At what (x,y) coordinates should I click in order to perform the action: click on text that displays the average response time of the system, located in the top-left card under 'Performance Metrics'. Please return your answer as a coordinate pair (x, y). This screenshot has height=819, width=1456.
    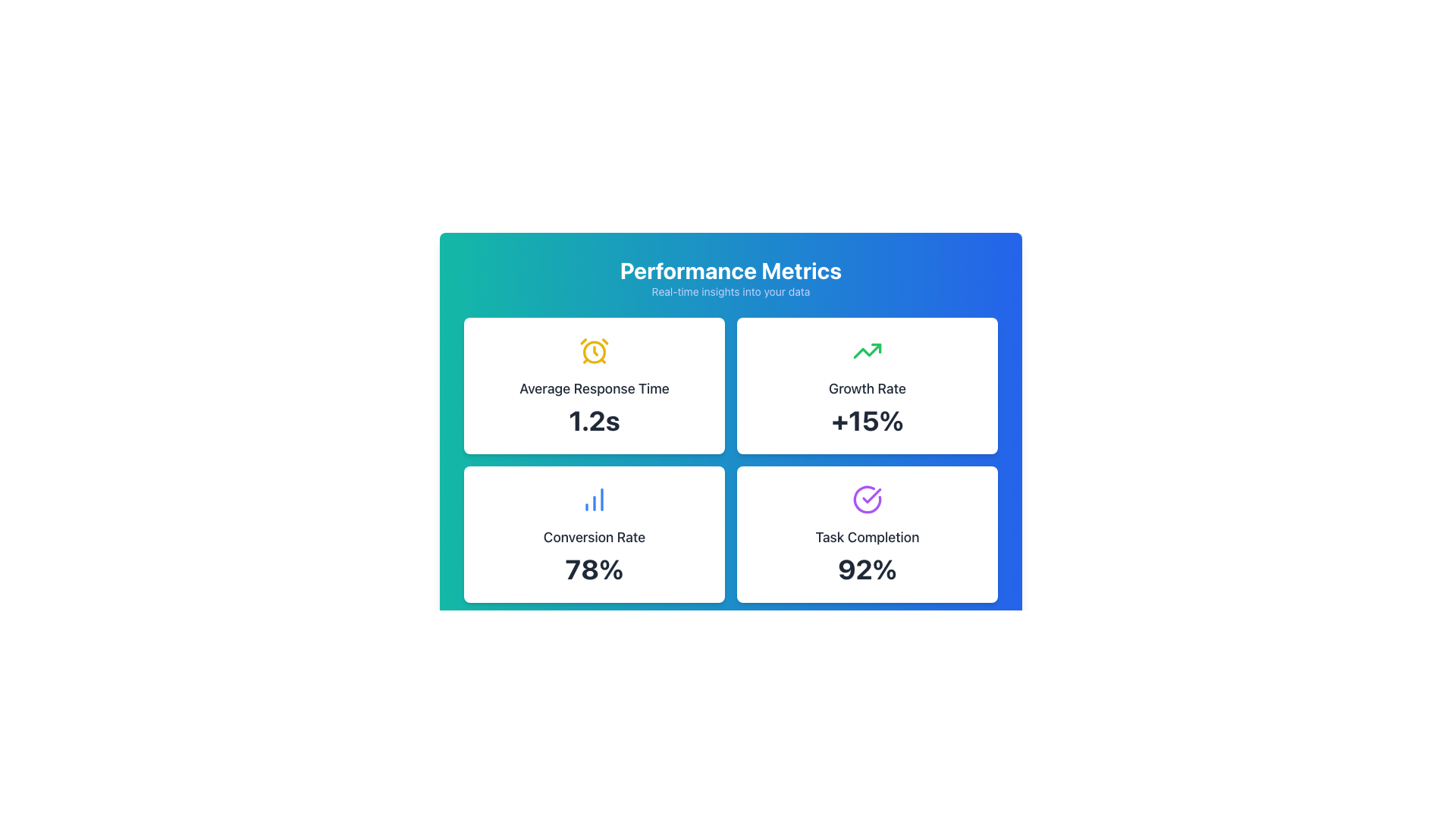
    Looking at the image, I should click on (593, 421).